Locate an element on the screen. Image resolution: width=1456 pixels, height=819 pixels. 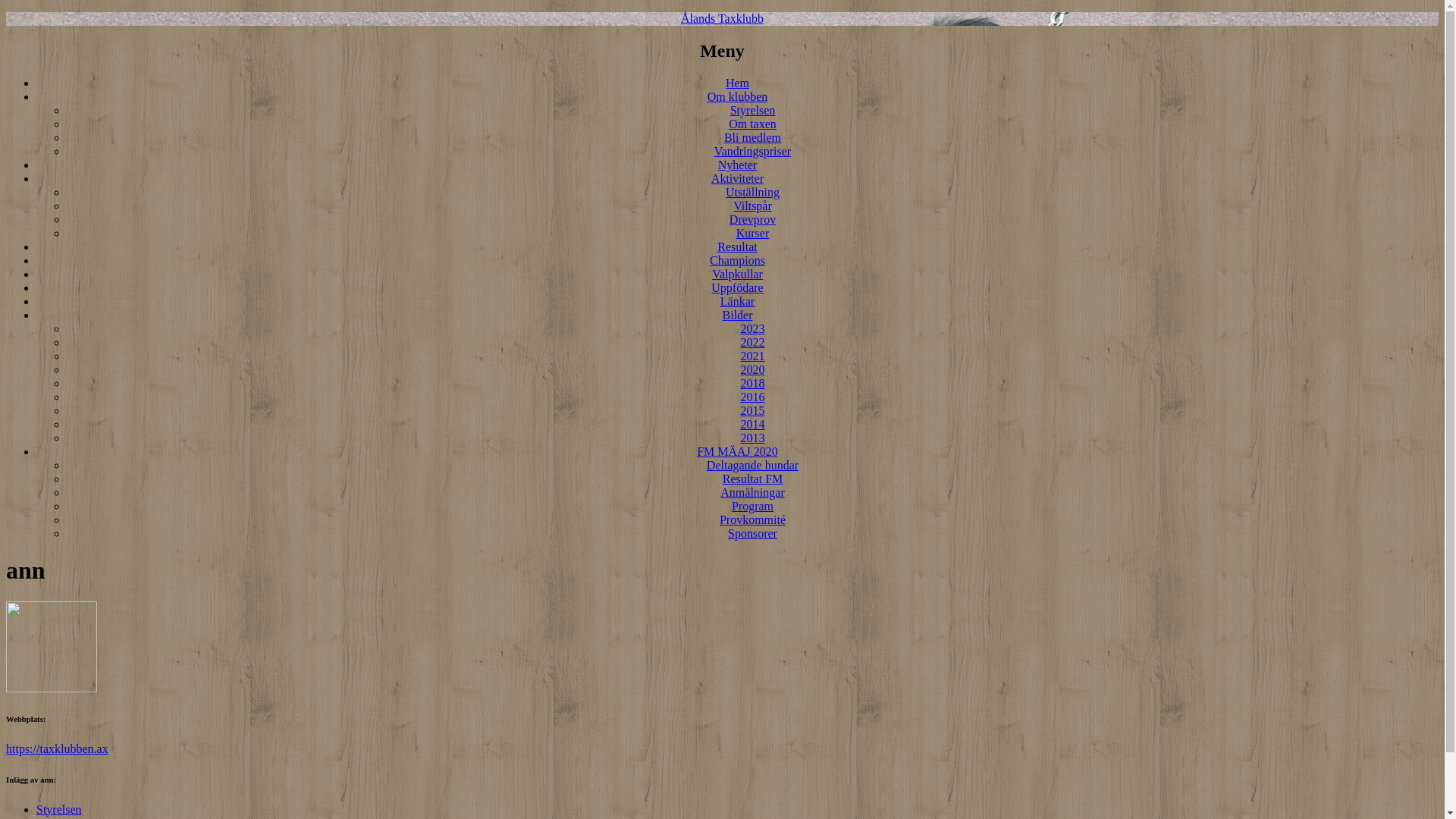
'Sponsorer' is located at coordinates (752, 532).